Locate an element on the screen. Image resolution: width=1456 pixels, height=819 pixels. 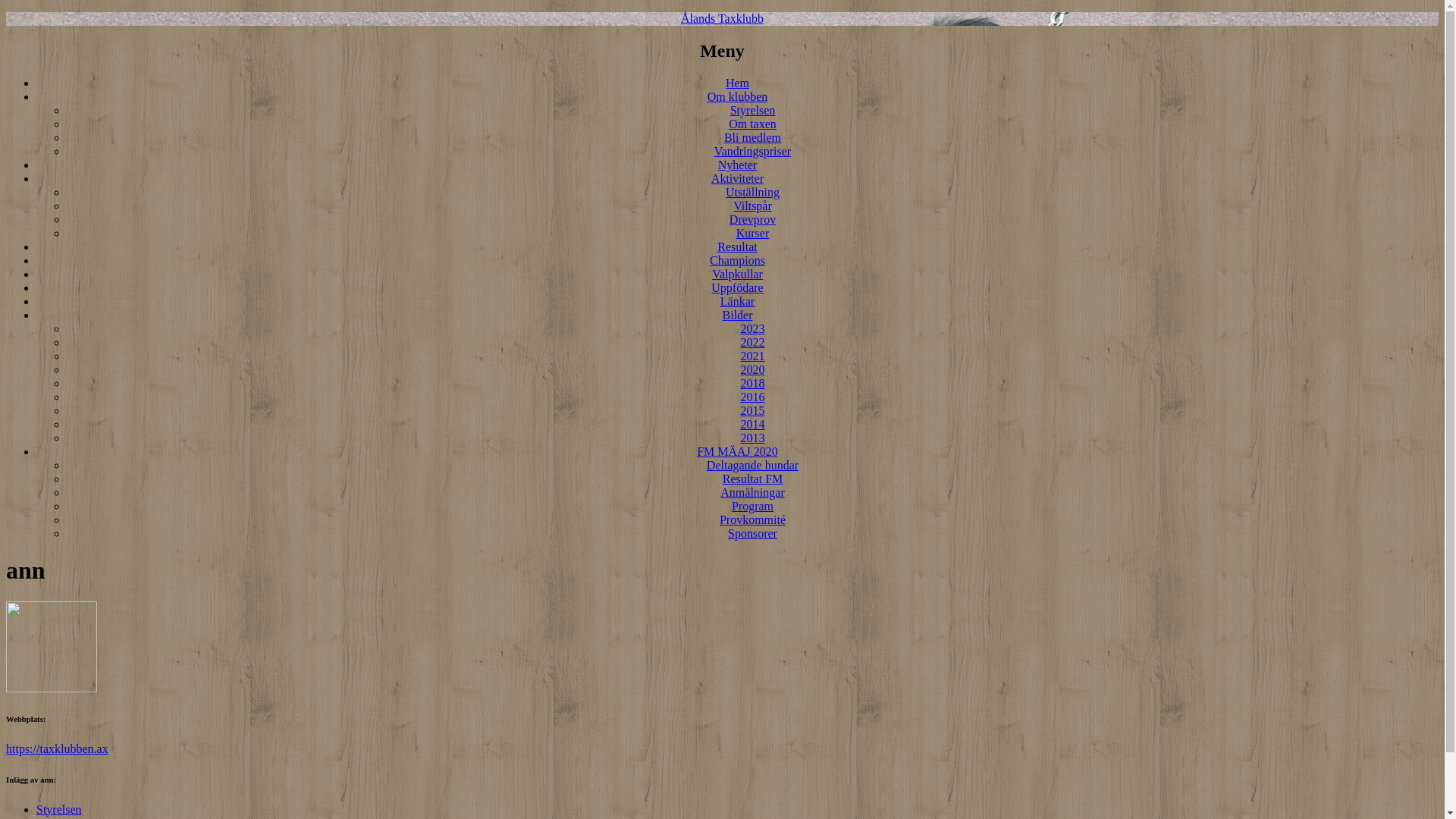
'Sponsorer' is located at coordinates (752, 532).